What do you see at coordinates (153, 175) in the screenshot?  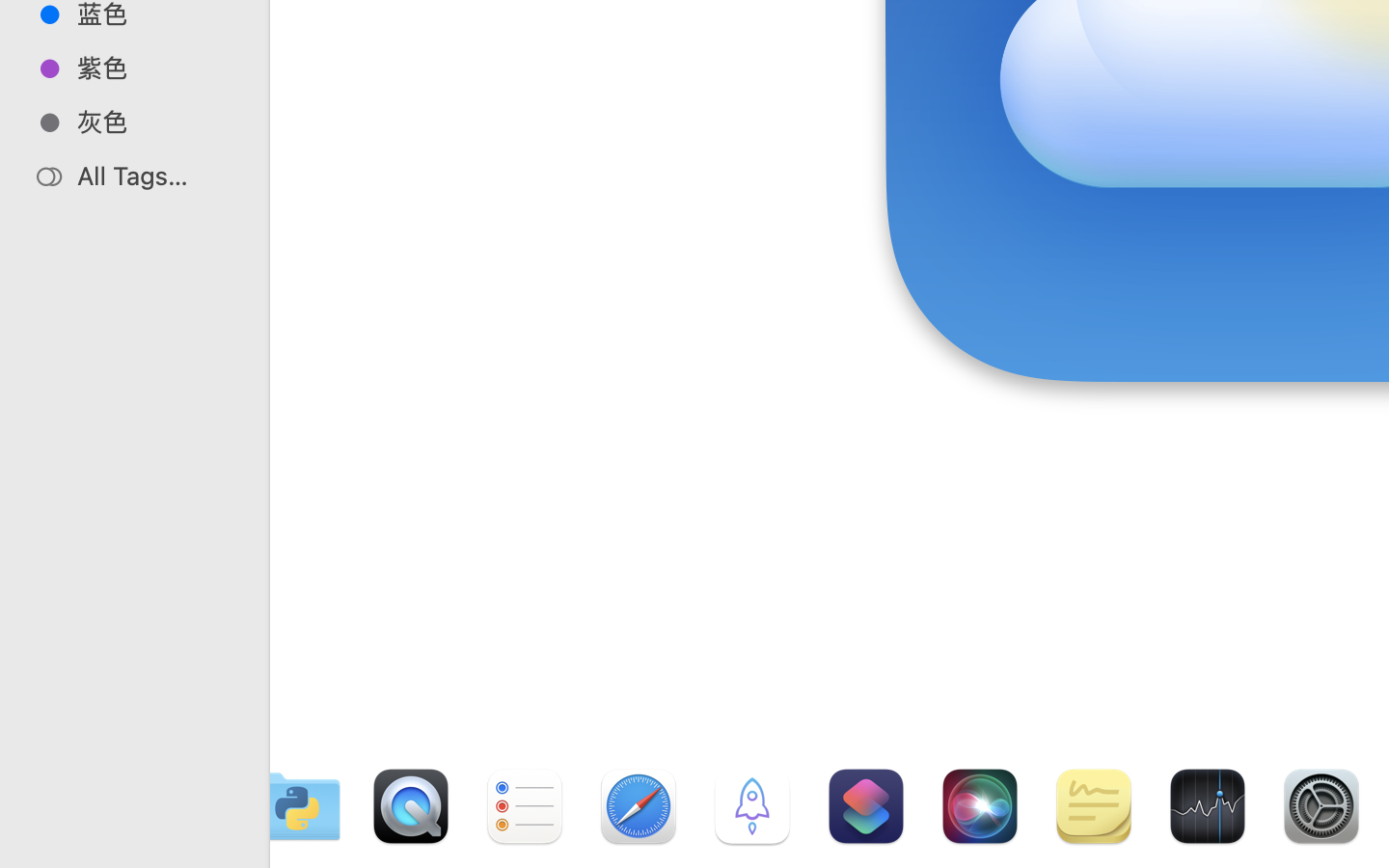 I see `'All Tags…'` at bounding box center [153, 175].